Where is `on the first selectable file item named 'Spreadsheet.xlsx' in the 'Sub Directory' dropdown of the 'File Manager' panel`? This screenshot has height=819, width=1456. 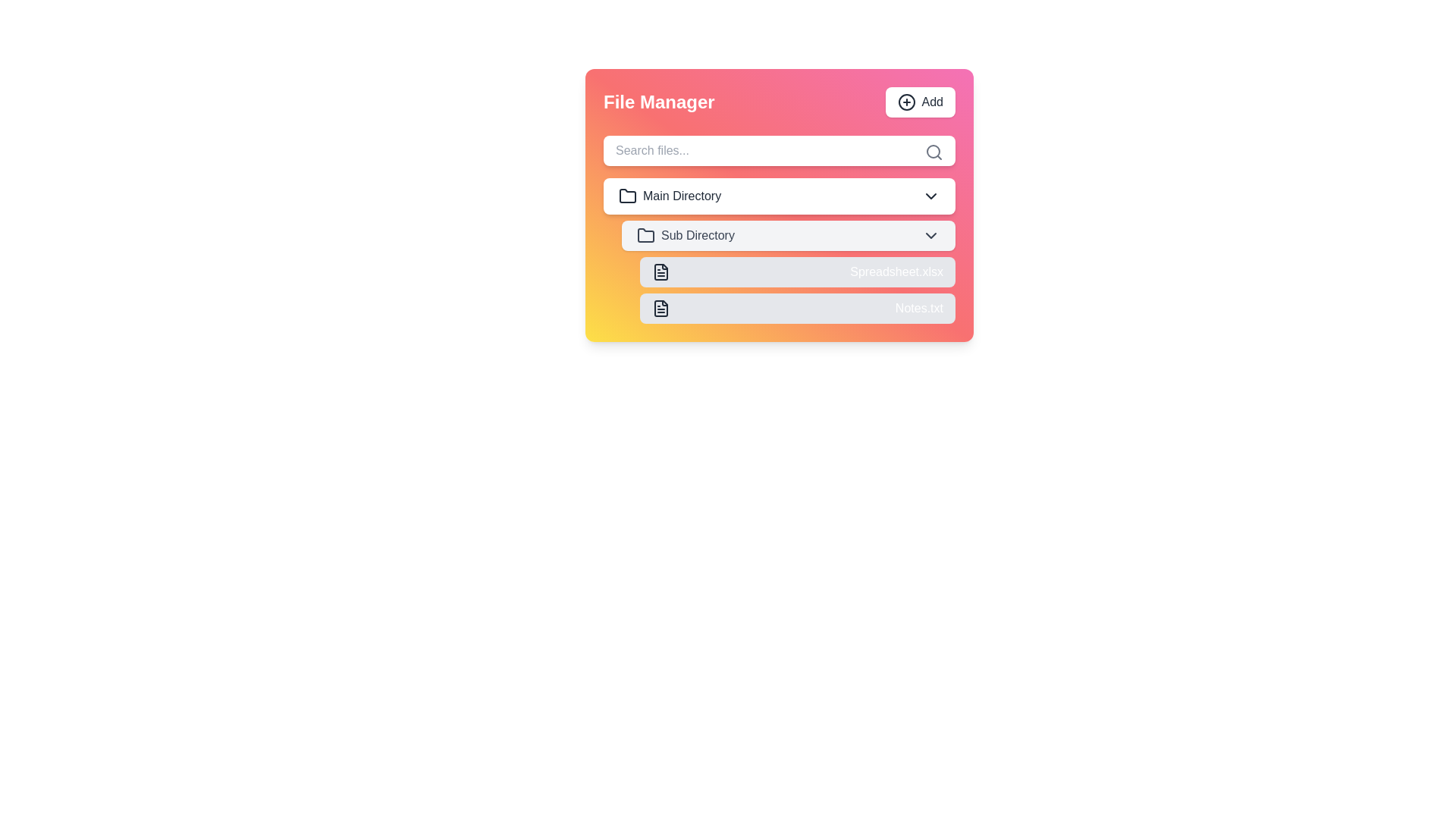 on the first selectable file item named 'Spreadsheet.xlsx' in the 'Sub Directory' dropdown of the 'File Manager' panel is located at coordinates (789, 271).